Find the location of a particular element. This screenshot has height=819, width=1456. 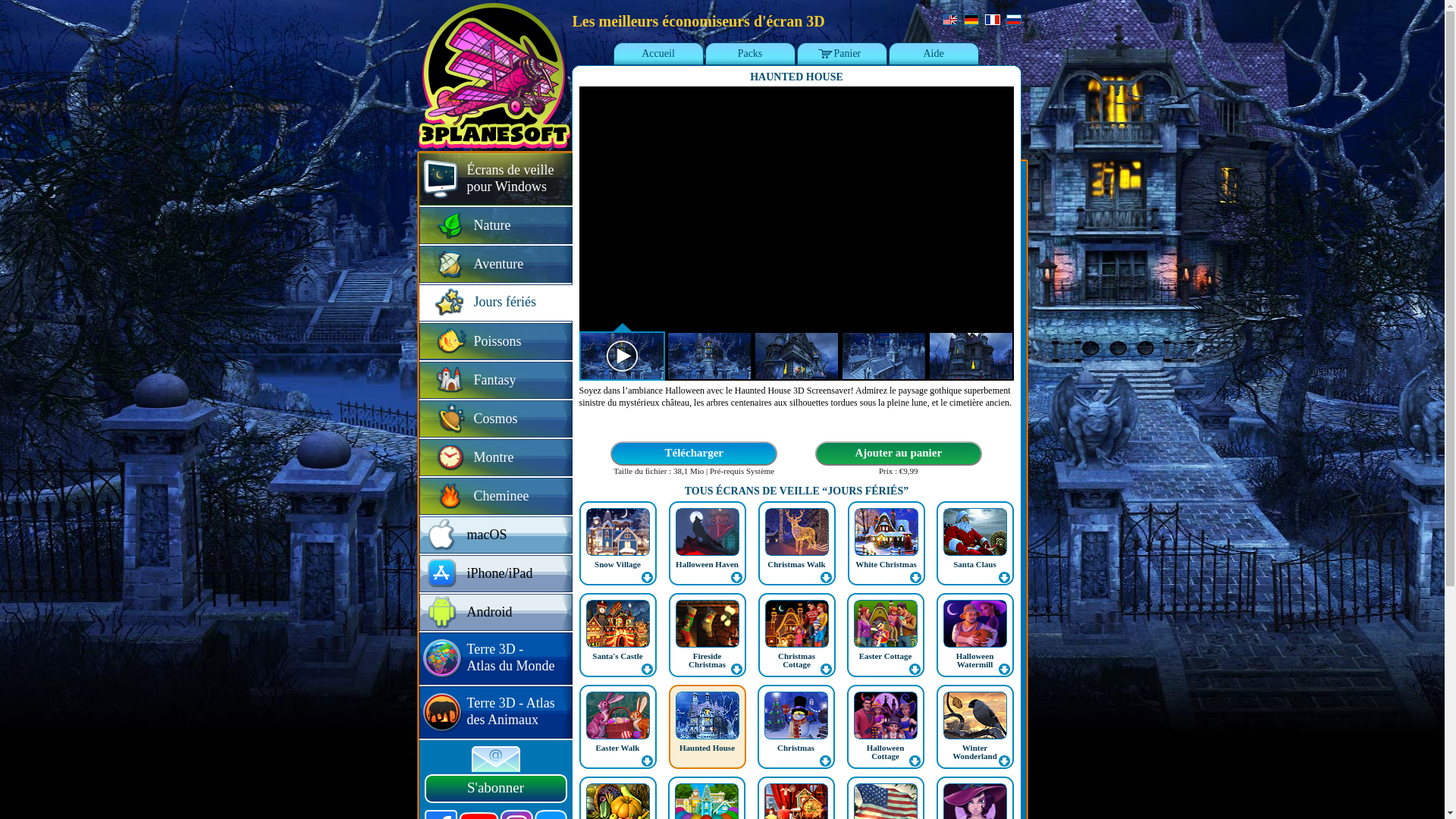

'Christmas Walk' is located at coordinates (758, 542).